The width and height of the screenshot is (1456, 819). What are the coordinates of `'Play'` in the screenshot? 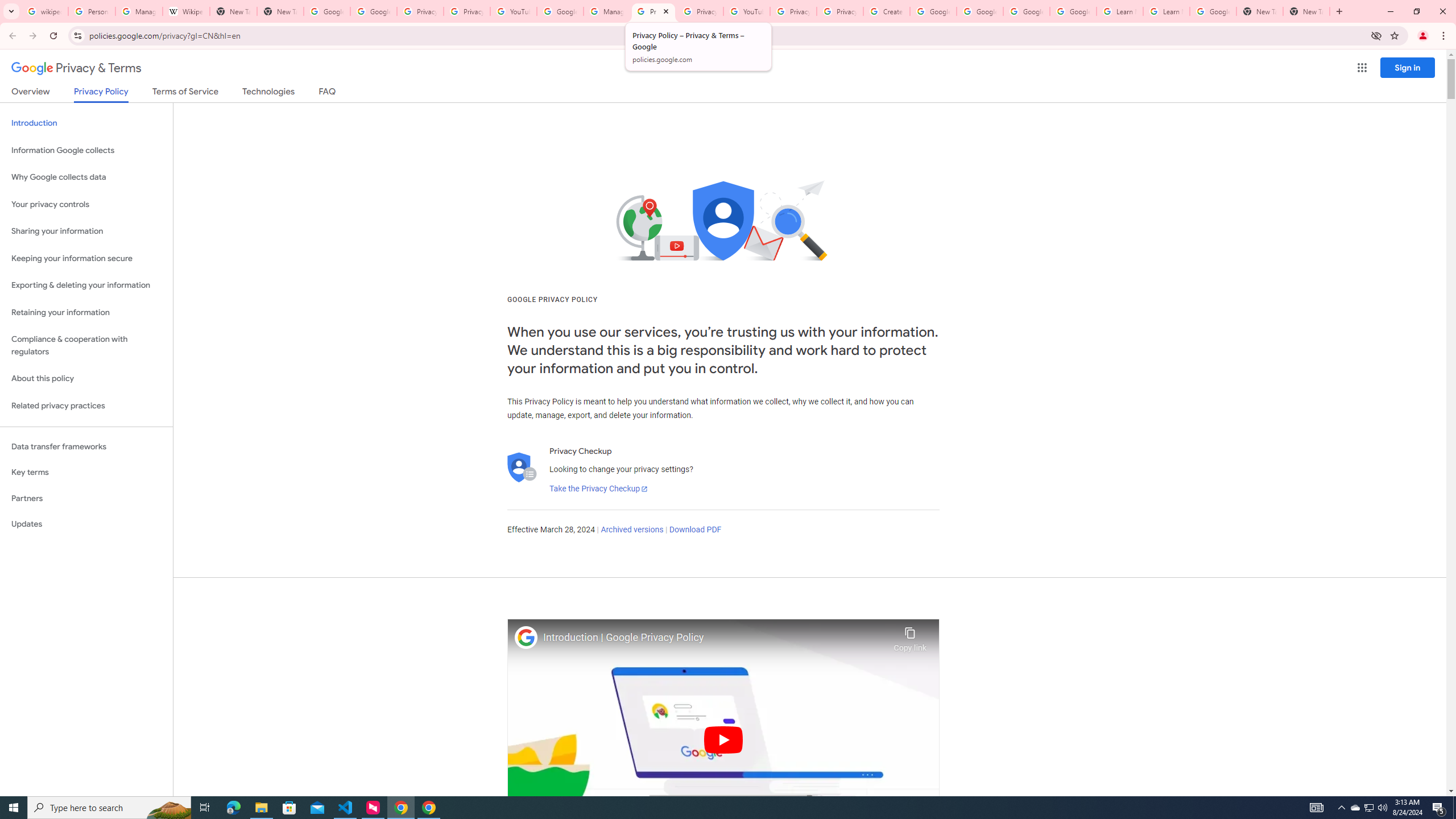 It's located at (723, 739).